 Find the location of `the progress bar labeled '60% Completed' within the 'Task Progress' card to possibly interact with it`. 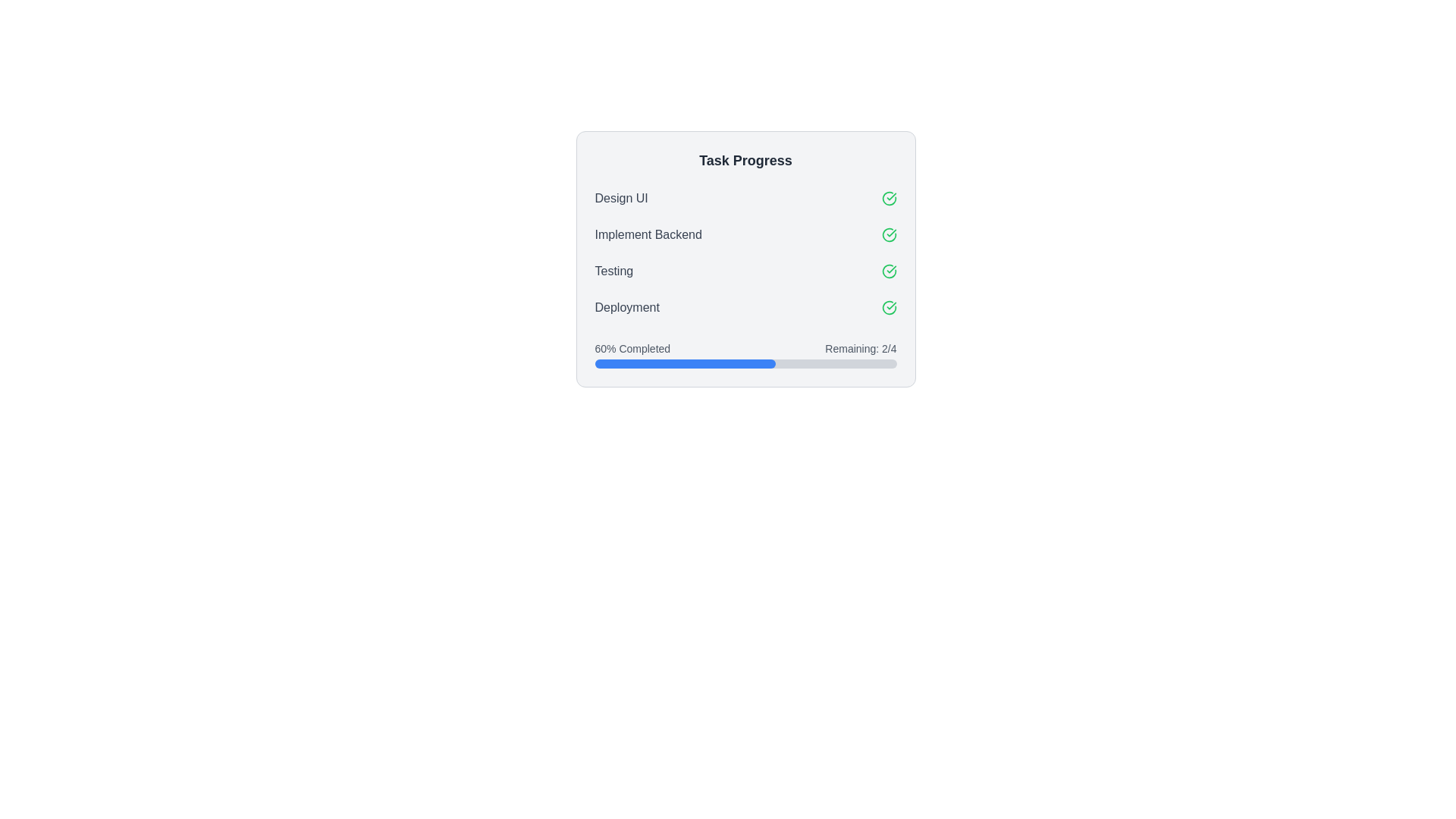

the progress bar labeled '60% Completed' within the 'Task Progress' card to possibly interact with it is located at coordinates (745, 351).